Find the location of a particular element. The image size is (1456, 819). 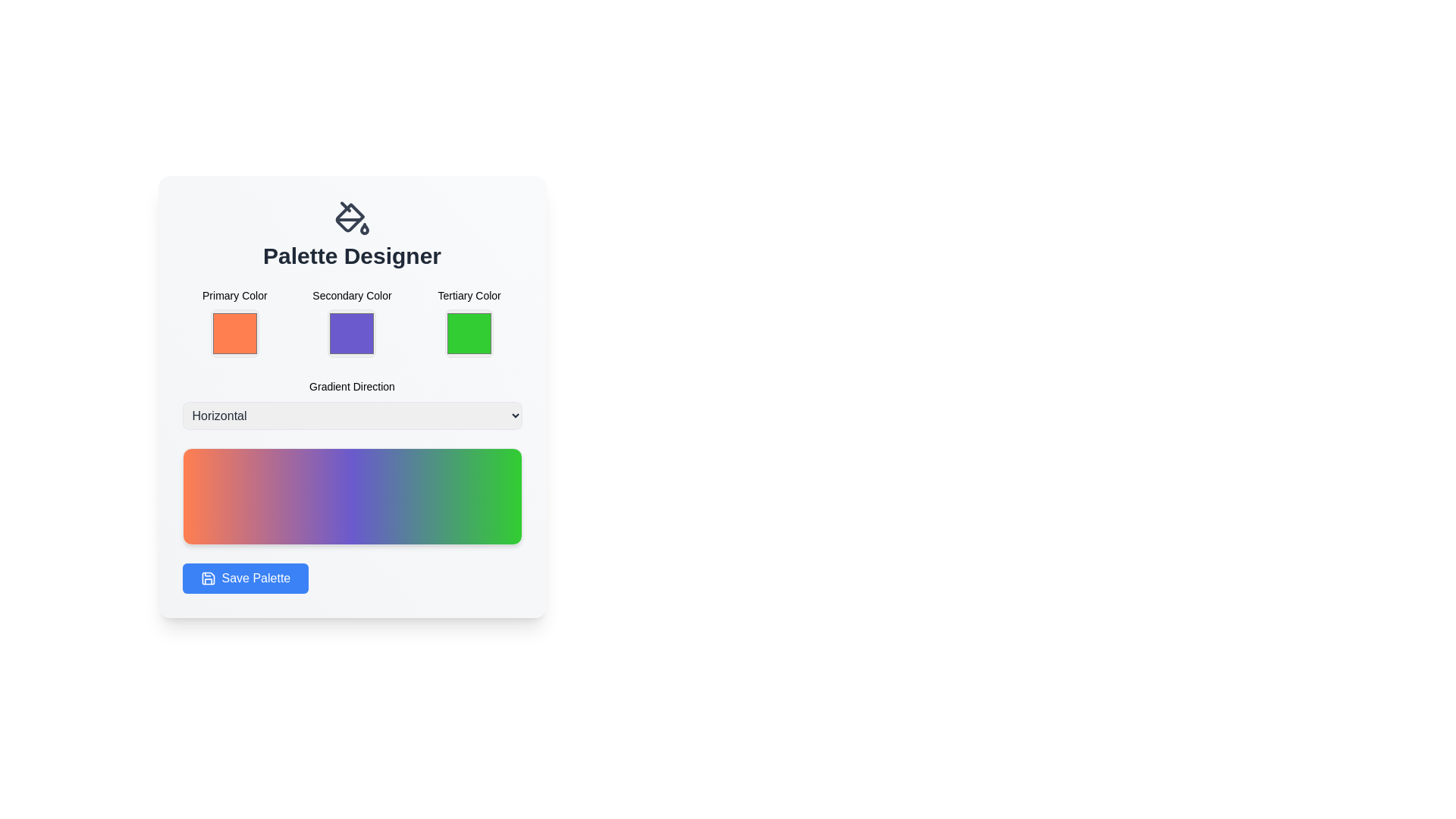

the save icon, which is an outlined drawing of a floppy disk located inside the 'Save Palette' button at the bottom-center of the interface is located at coordinates (207, 579).